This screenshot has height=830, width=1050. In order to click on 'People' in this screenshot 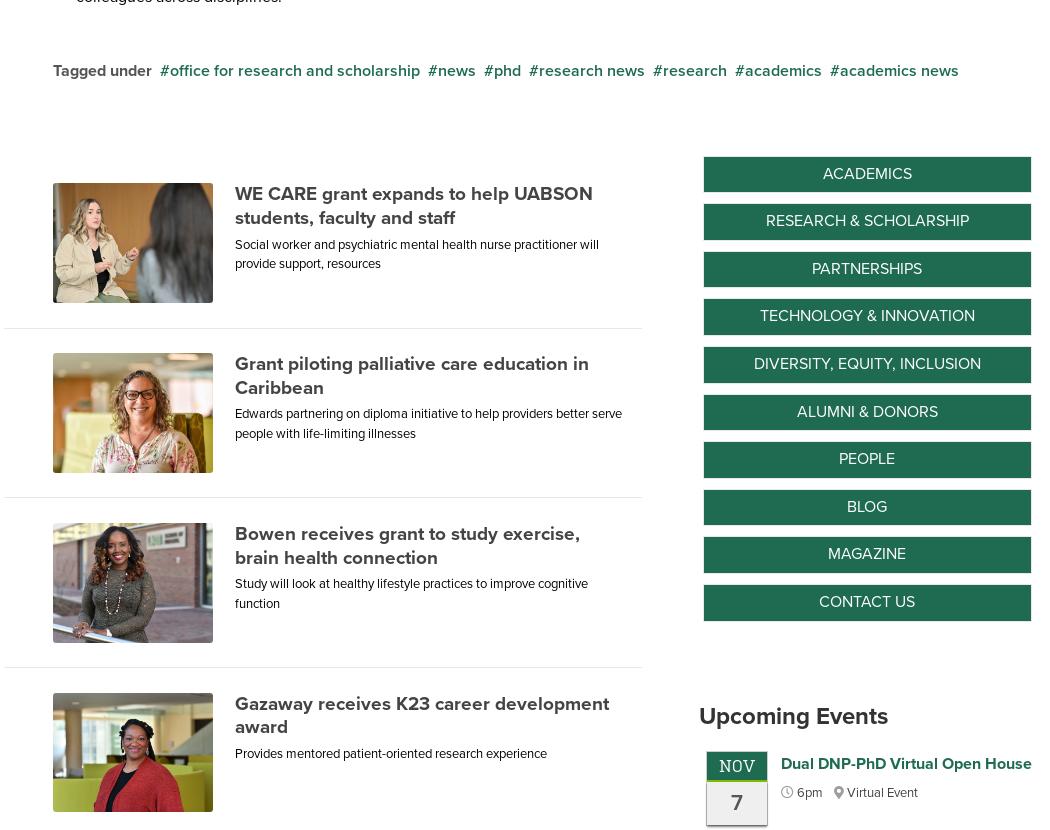, I will do `click(865, 457)`.